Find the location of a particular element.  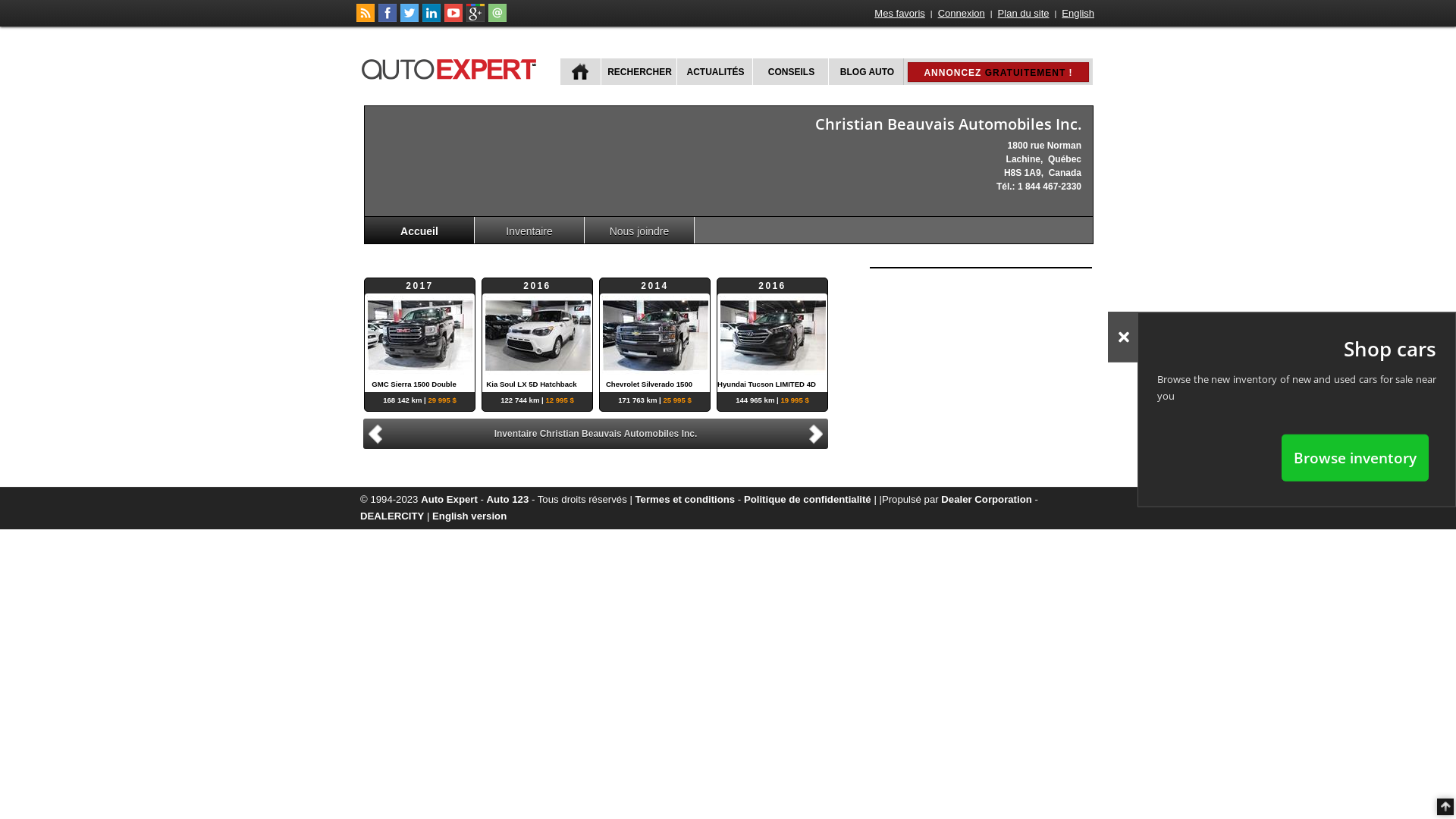

'Browse inventory' is located at coordinates (1280, 457).